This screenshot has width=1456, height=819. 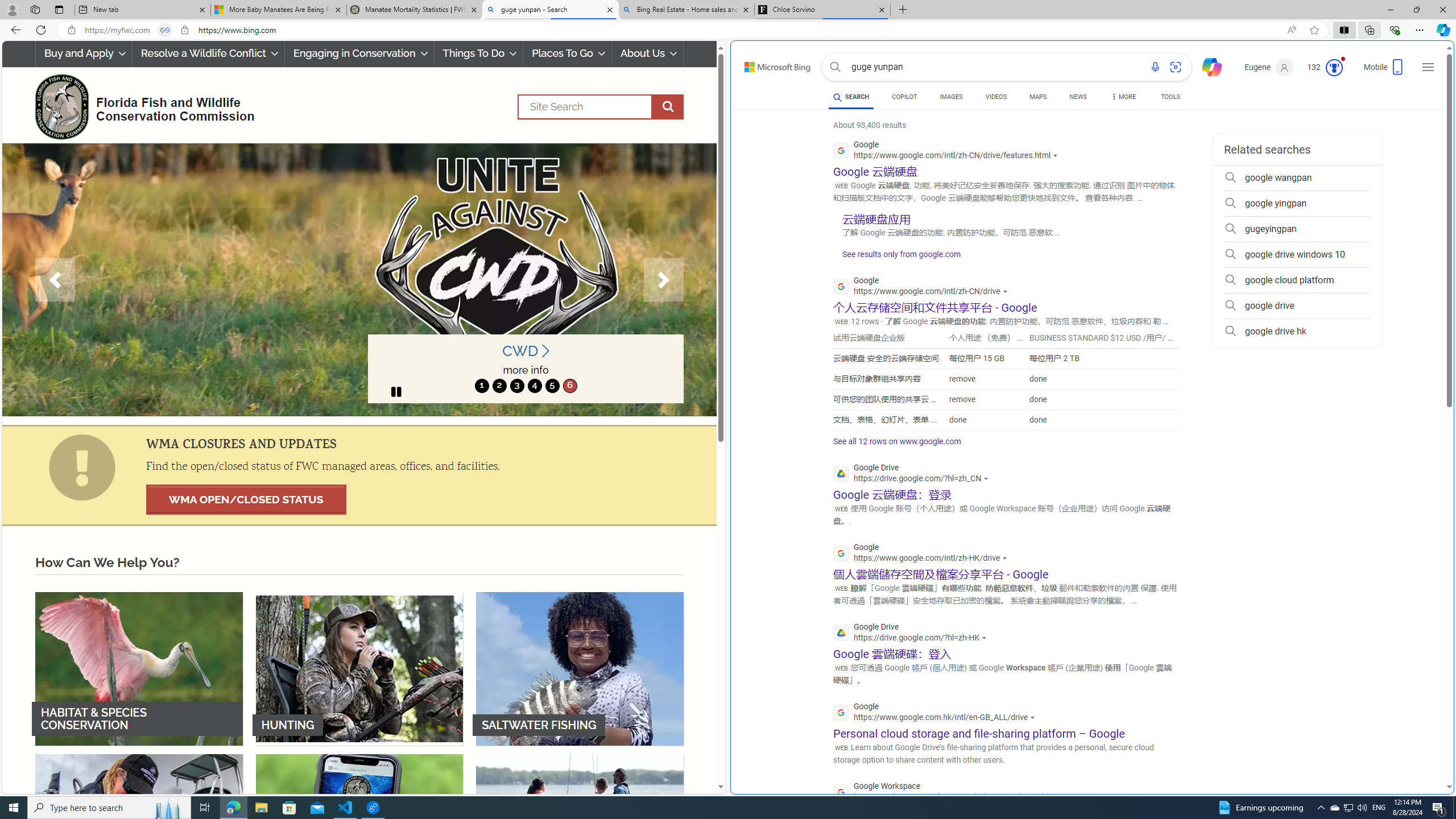 I want to click on '6', so click(x=568, y=385).